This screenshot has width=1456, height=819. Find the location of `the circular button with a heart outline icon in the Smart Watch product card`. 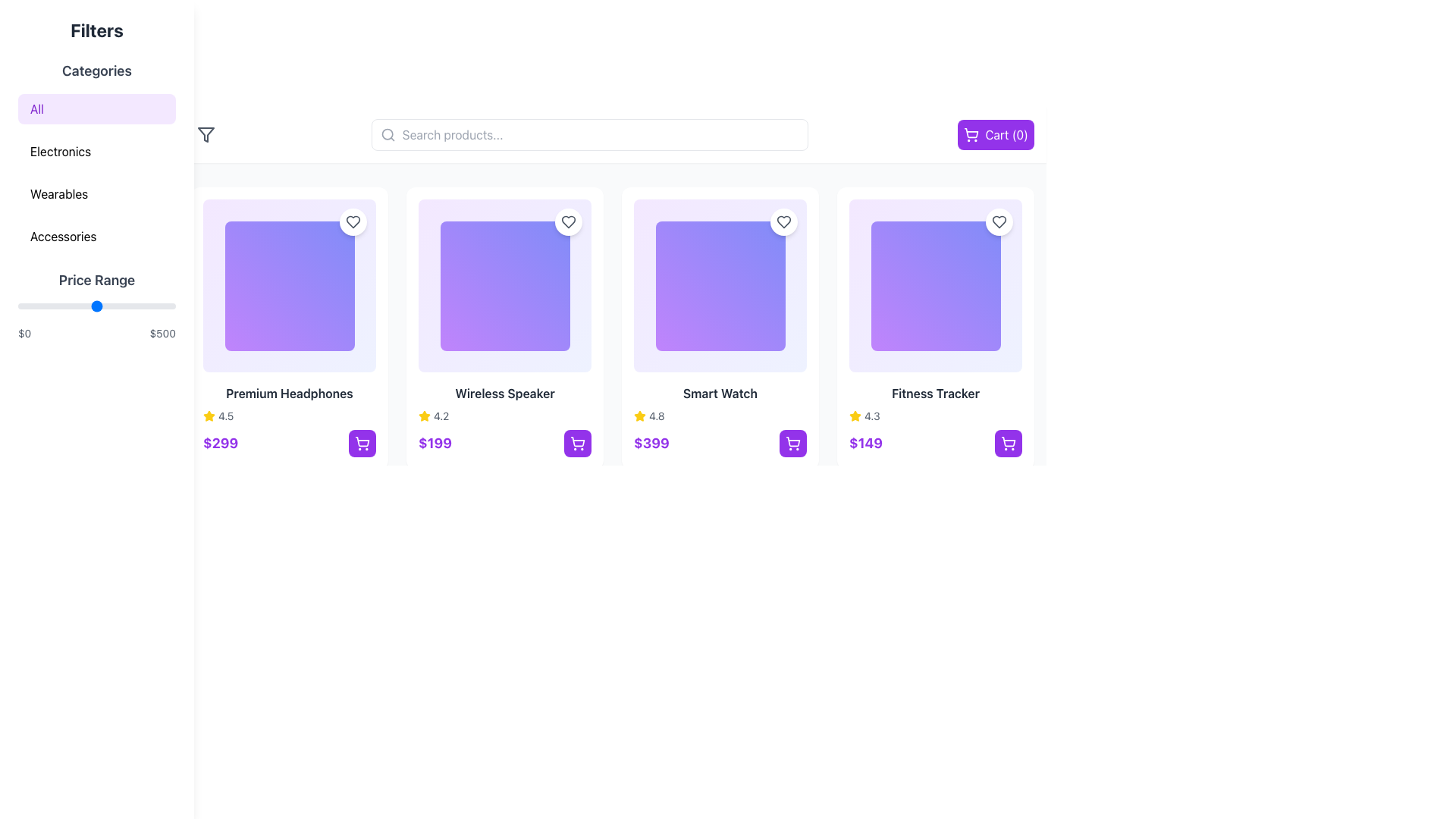

the circular button with a heart outline icon in the Smart Watch product card is located at coordinates (783, 222).